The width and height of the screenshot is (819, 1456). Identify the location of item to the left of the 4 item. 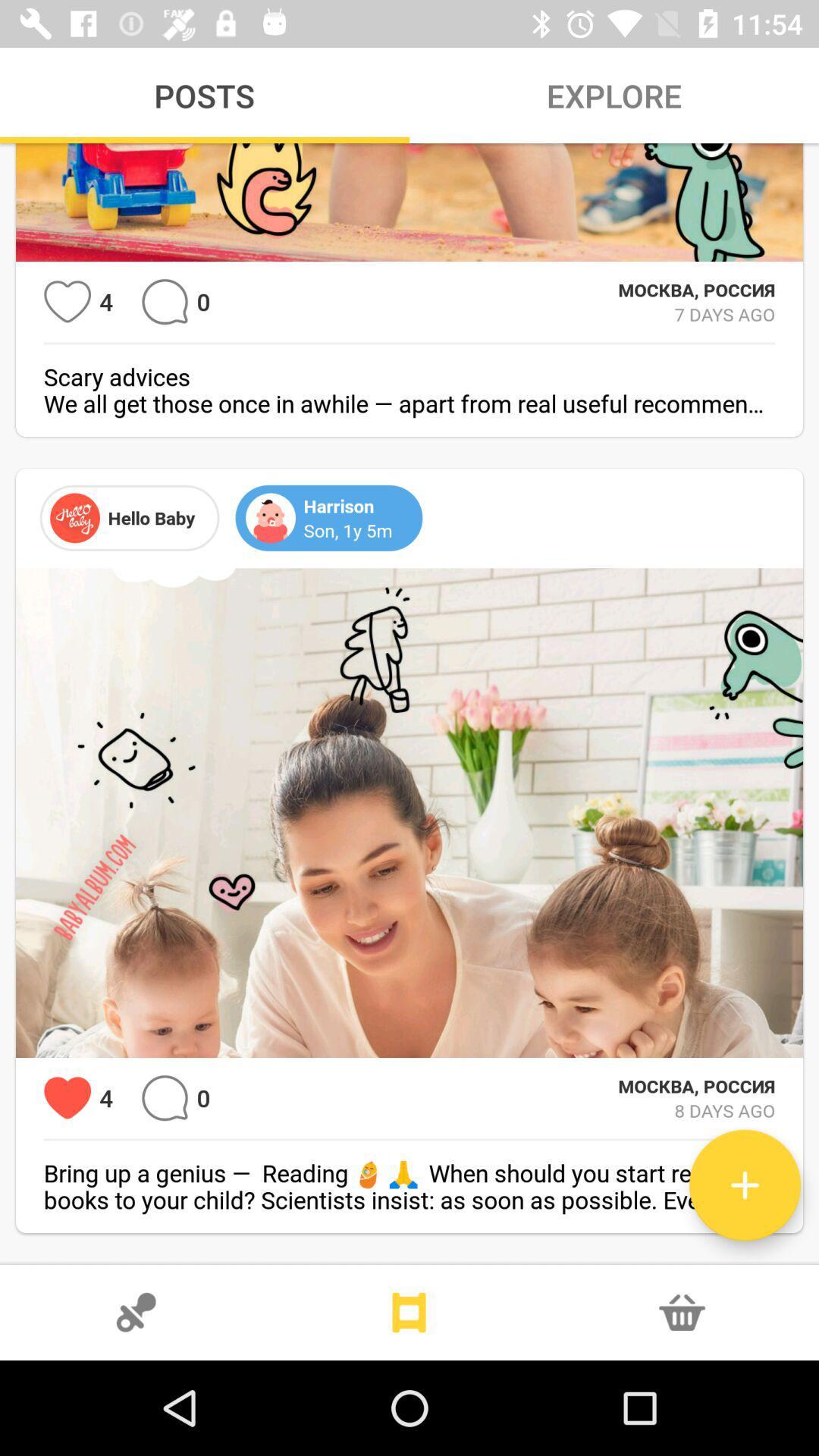
(67, 302).